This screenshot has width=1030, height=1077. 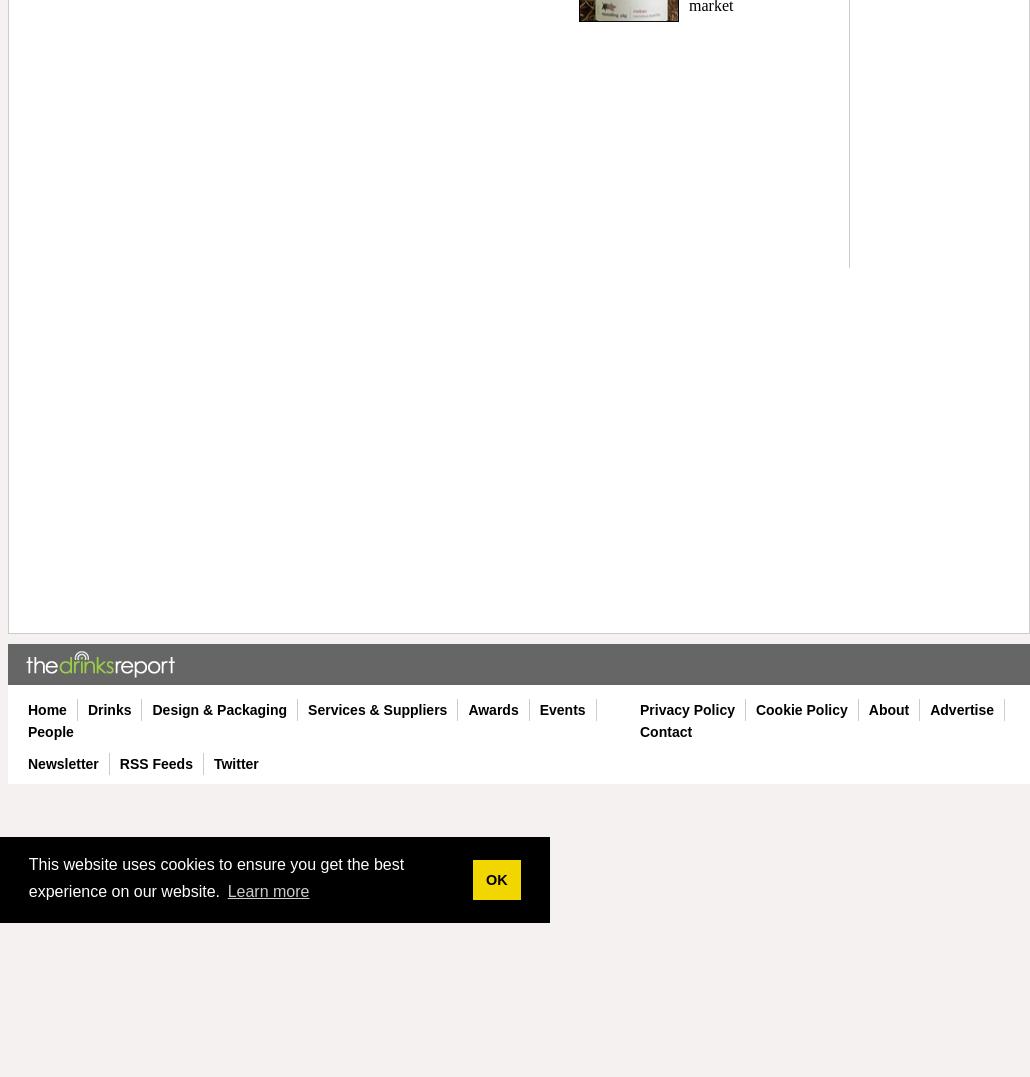 I want to click on 'Privacy Policy', so click(x=687, y=709).